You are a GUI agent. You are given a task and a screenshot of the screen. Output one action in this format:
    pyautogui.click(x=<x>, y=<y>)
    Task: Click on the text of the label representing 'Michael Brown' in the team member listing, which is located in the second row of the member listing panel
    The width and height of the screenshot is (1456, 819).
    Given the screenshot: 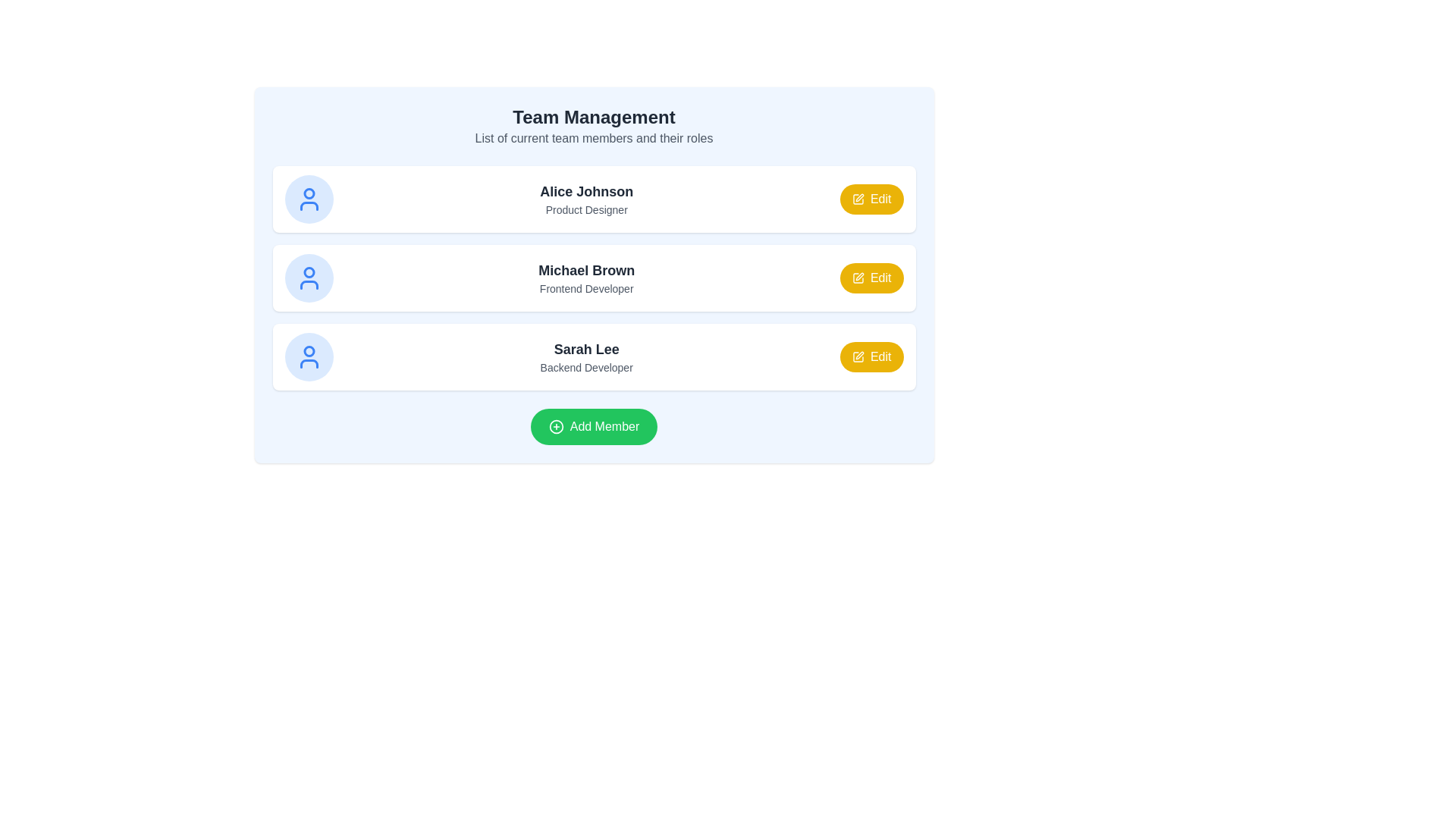 What is the action you would take?
    pyautogui.click(x=585, y=270)
    